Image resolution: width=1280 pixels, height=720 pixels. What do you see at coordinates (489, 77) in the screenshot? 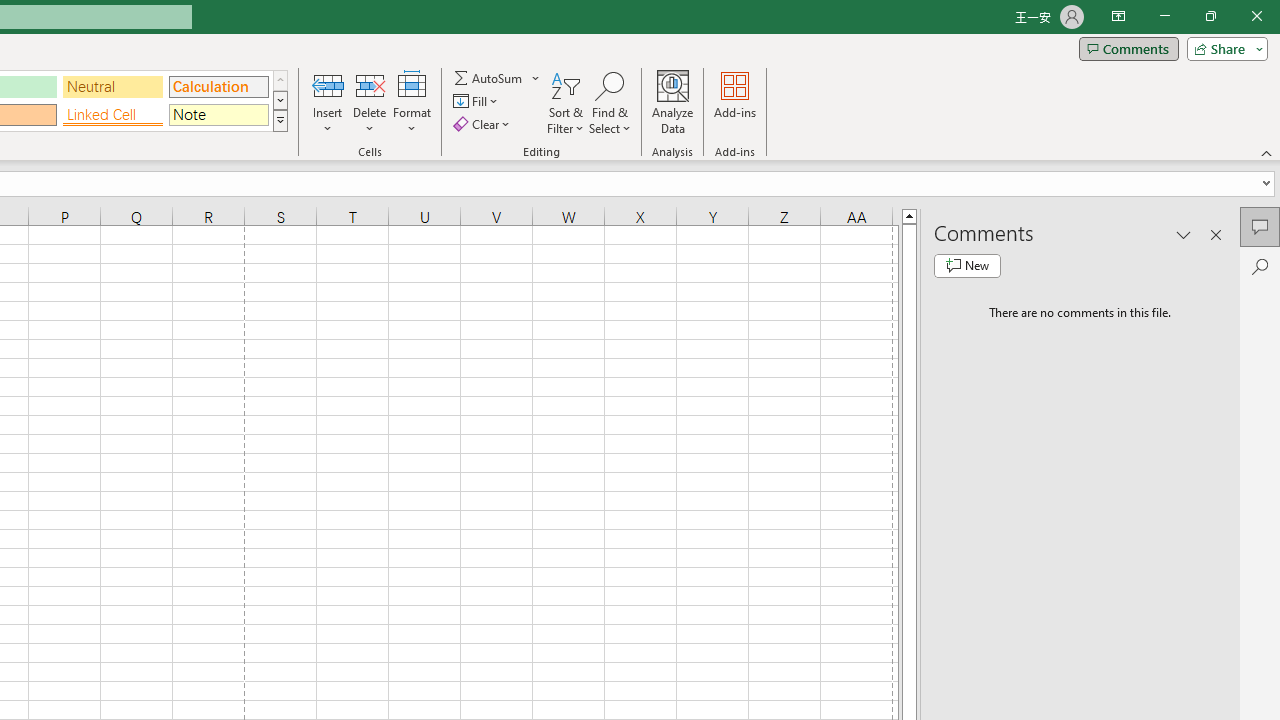
I see `'Sum'` at bounding box center [489, 77].